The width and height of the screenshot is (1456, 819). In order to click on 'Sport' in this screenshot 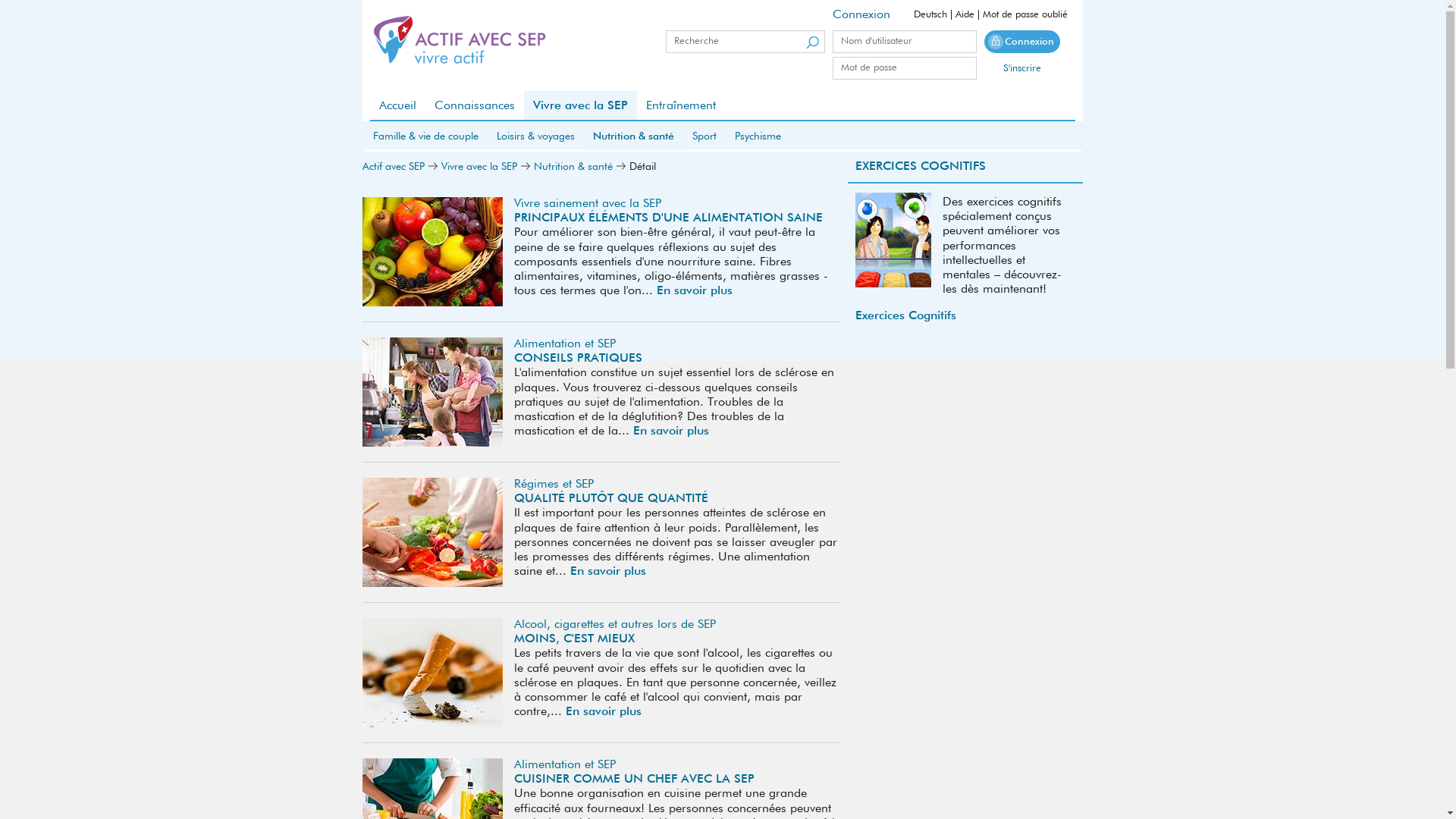, I will do `click(702, 136)`.